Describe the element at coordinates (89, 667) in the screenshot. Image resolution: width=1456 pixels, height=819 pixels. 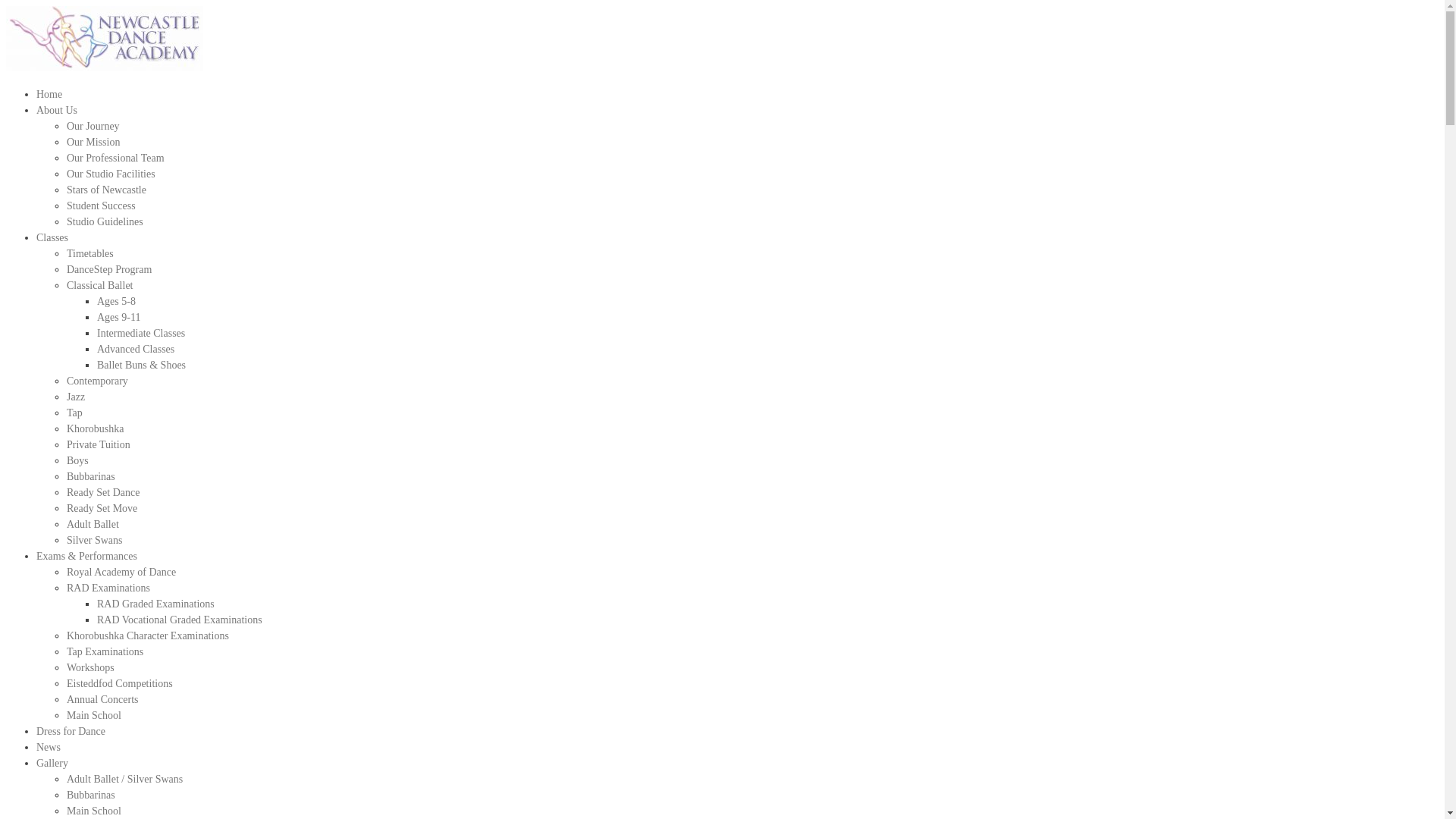
I see `'Workshops'` at that location.